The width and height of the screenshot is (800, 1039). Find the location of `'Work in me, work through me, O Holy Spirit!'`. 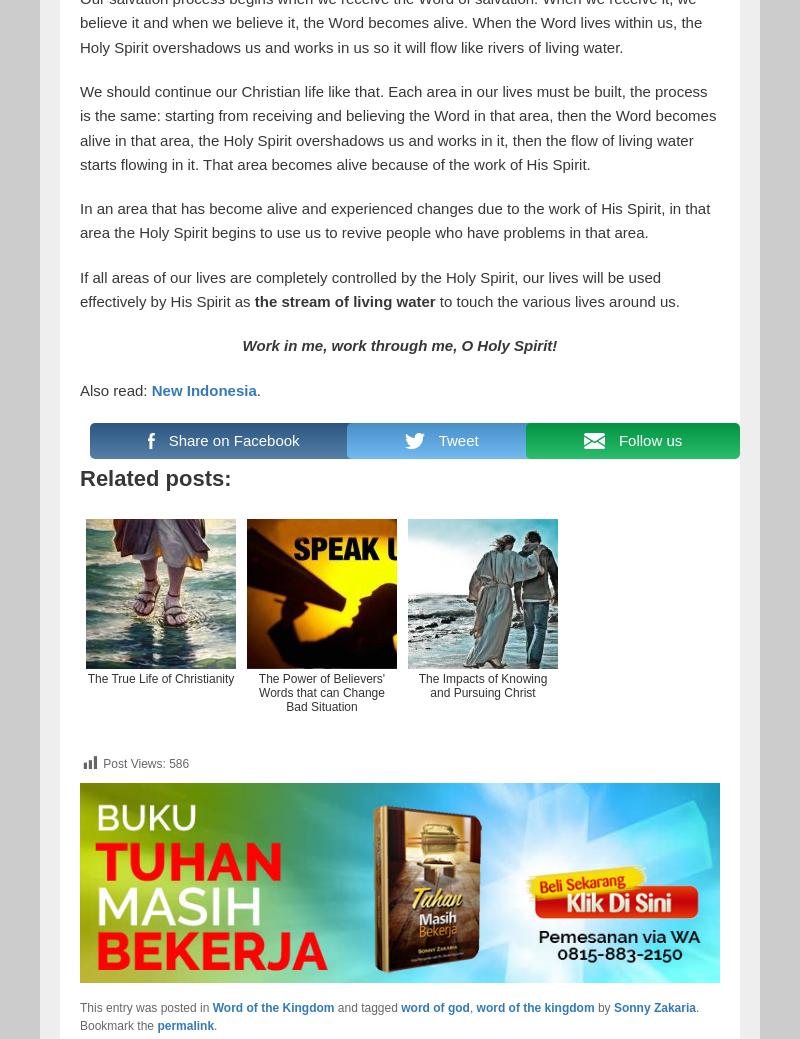

'Work in me, work through me, O Holy Spirit!' is located at coordinates (241, 345).